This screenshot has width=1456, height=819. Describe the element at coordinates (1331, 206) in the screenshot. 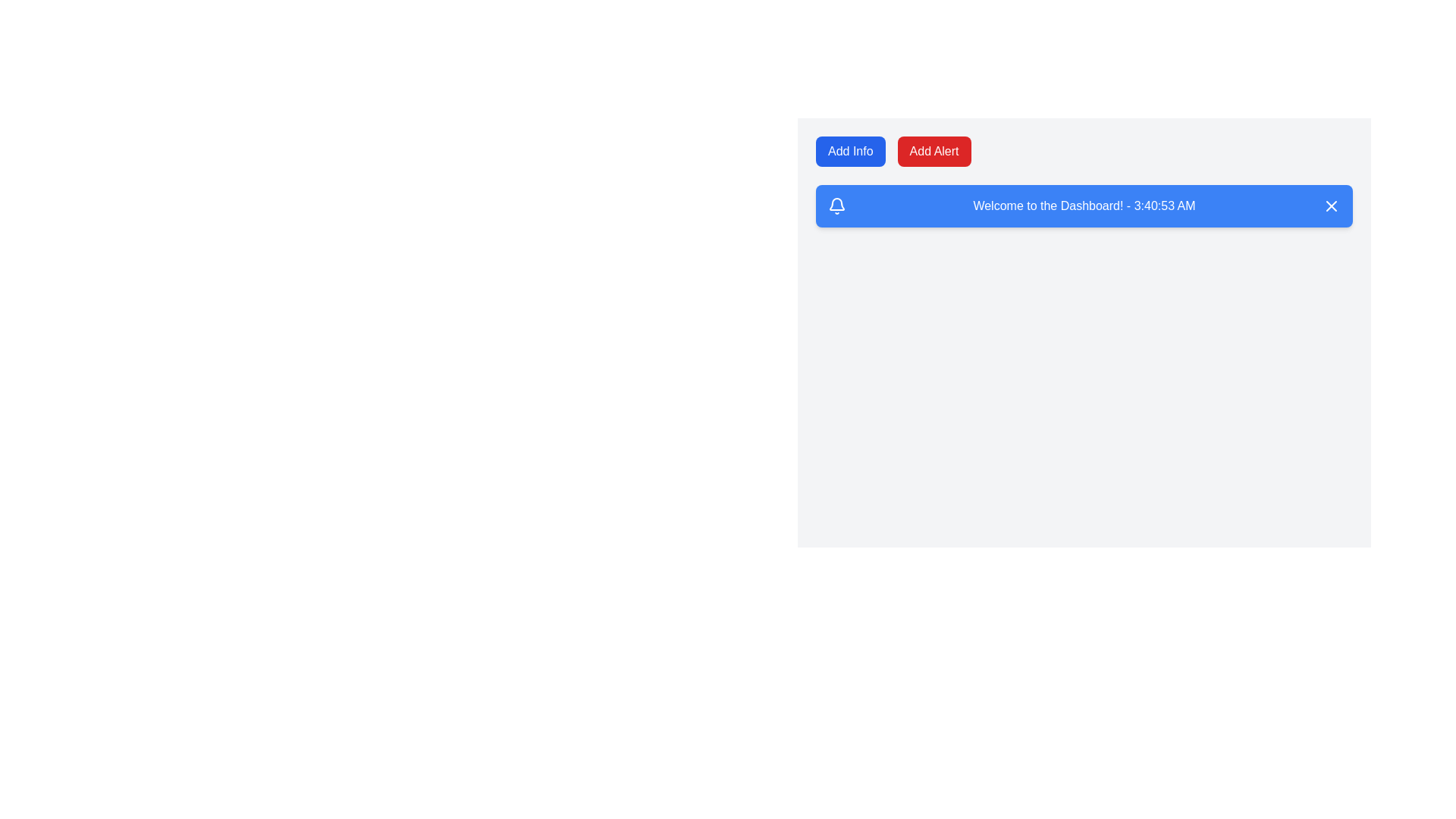

I see `the blue button with a white 'X' icon` at that location.